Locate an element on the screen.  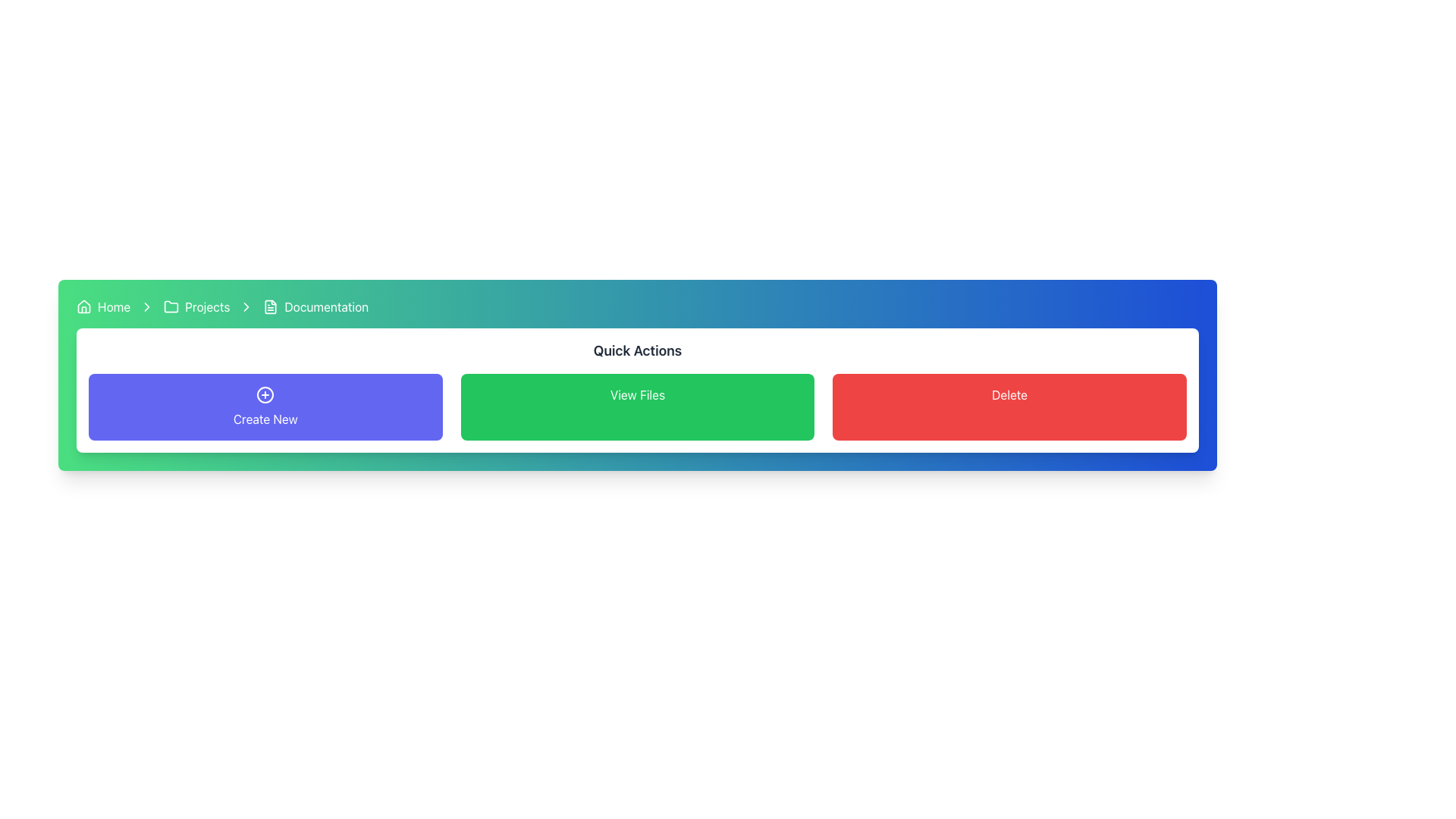
the 'Documentation' text label in the breadcrumb navigation, which is styled with a white font on a gradient green and blue background and is the last item in the breadcrumb is located at coordinates (325, 307).